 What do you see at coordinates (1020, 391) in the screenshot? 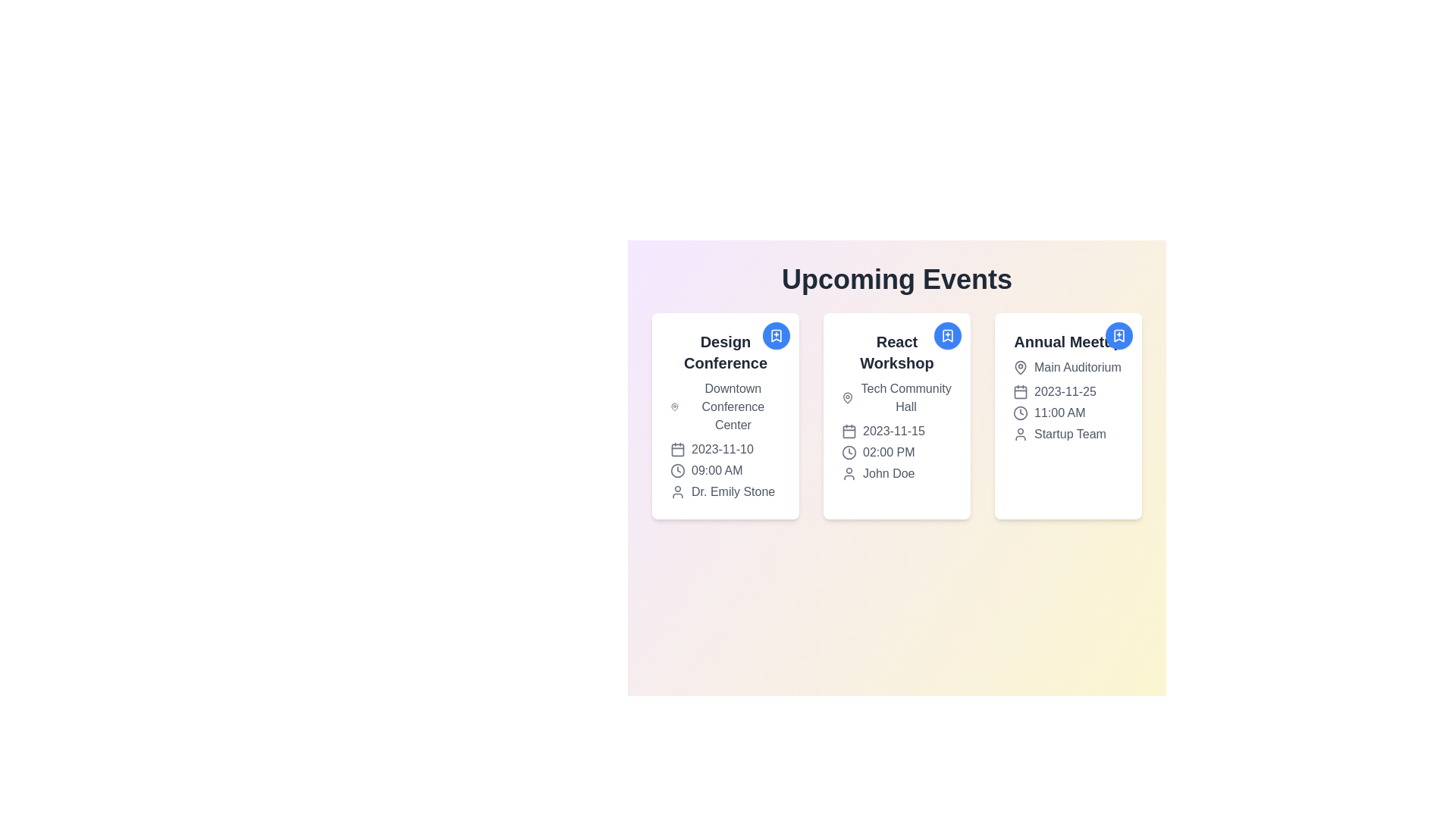
I see `the calendar icon, which has a square base with rounded corners and is part of the 'React Workshop' event card, located at the center-left area above the date text '2023-11-15'` at bounding box center [1020, 391].